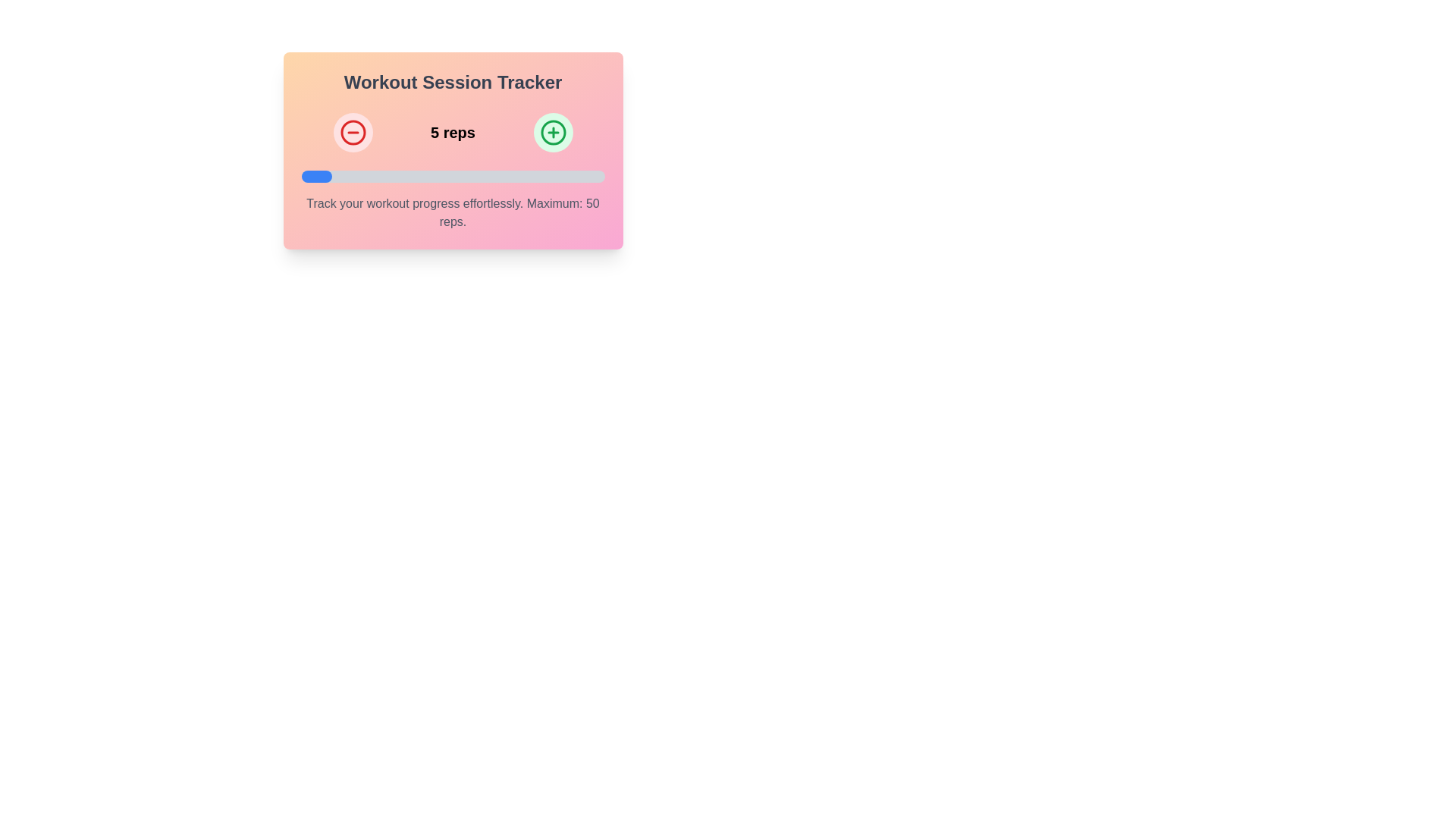  Describe the element at coordinates (401, 175) in the screenshot. I see `slider progress` at that location.